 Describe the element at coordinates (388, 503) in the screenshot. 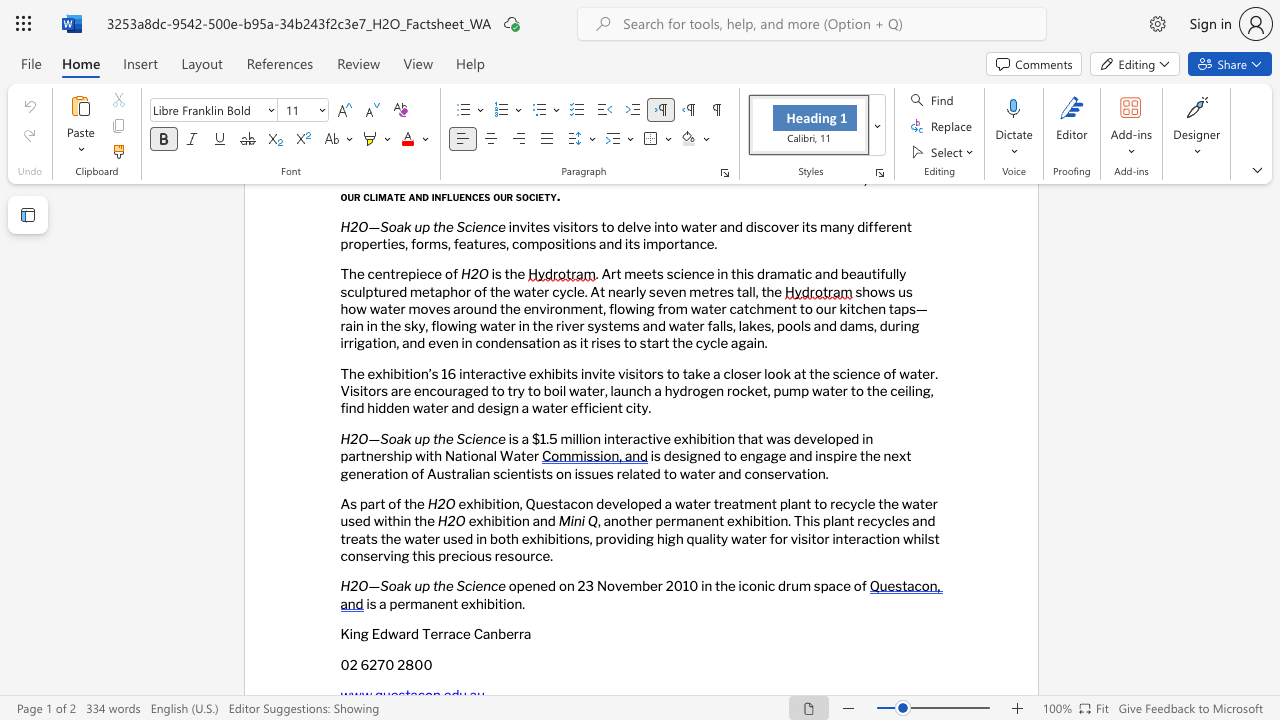

I see `the subset text "of" within the text "As part of the"` at that location.